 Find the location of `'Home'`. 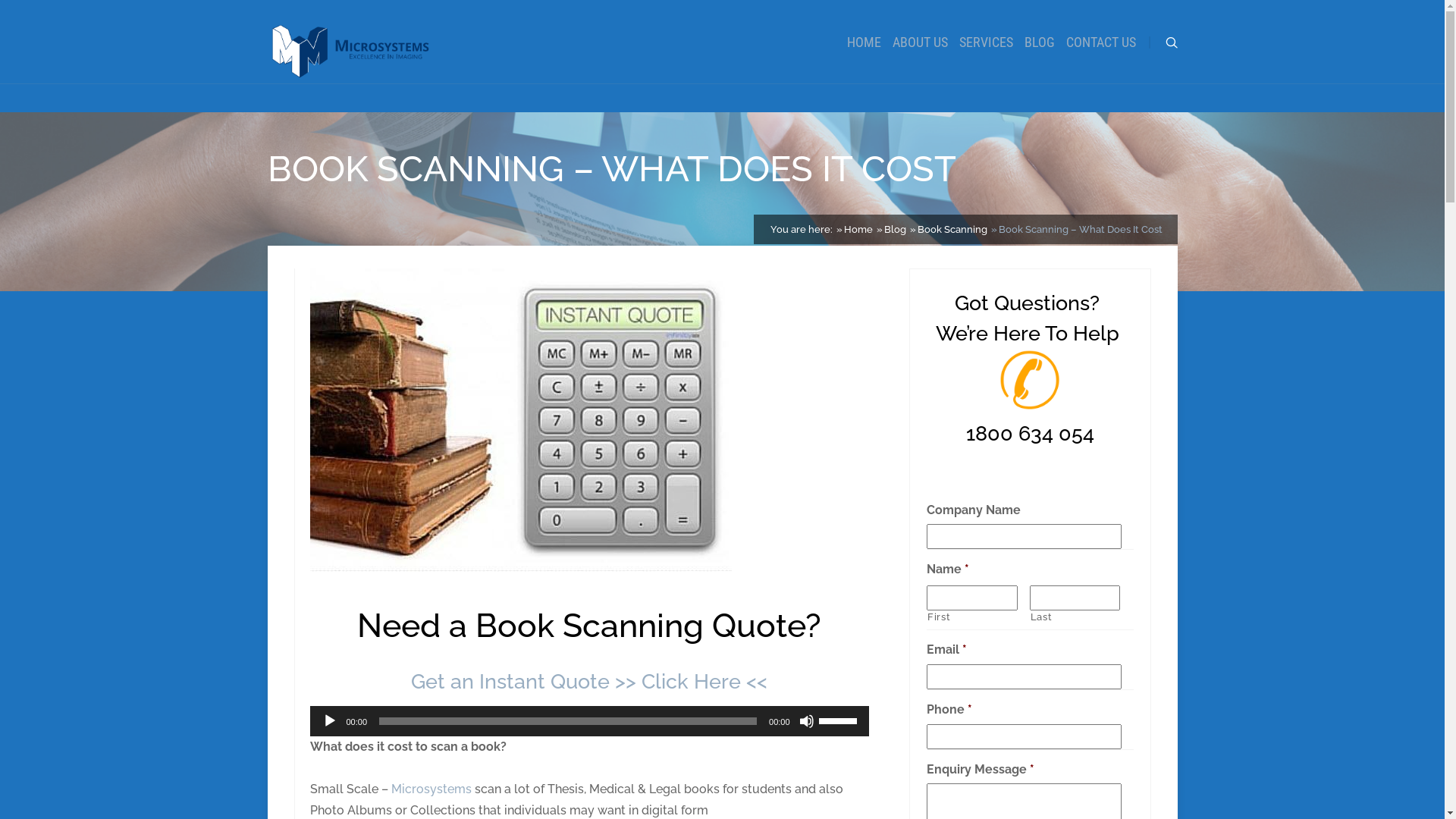

'Home' is located at coordinates (858, 228).